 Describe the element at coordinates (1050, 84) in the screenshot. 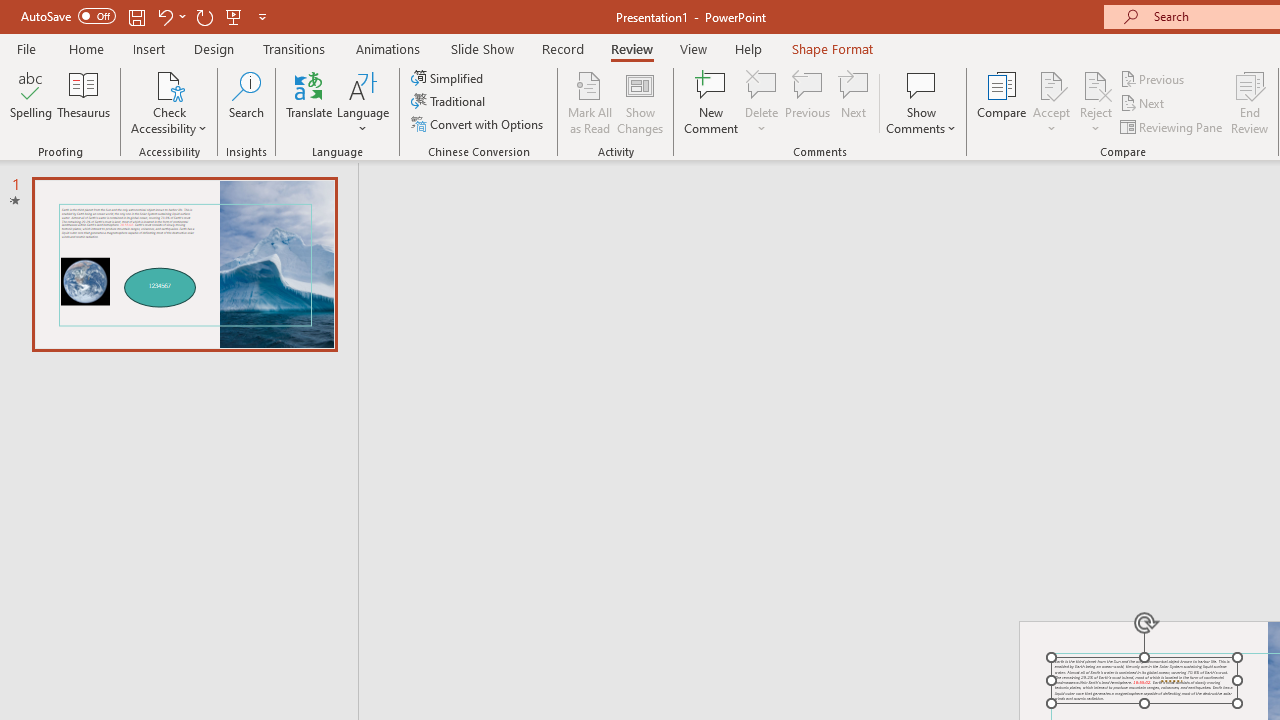

I see `'Accept Change'` at that location.